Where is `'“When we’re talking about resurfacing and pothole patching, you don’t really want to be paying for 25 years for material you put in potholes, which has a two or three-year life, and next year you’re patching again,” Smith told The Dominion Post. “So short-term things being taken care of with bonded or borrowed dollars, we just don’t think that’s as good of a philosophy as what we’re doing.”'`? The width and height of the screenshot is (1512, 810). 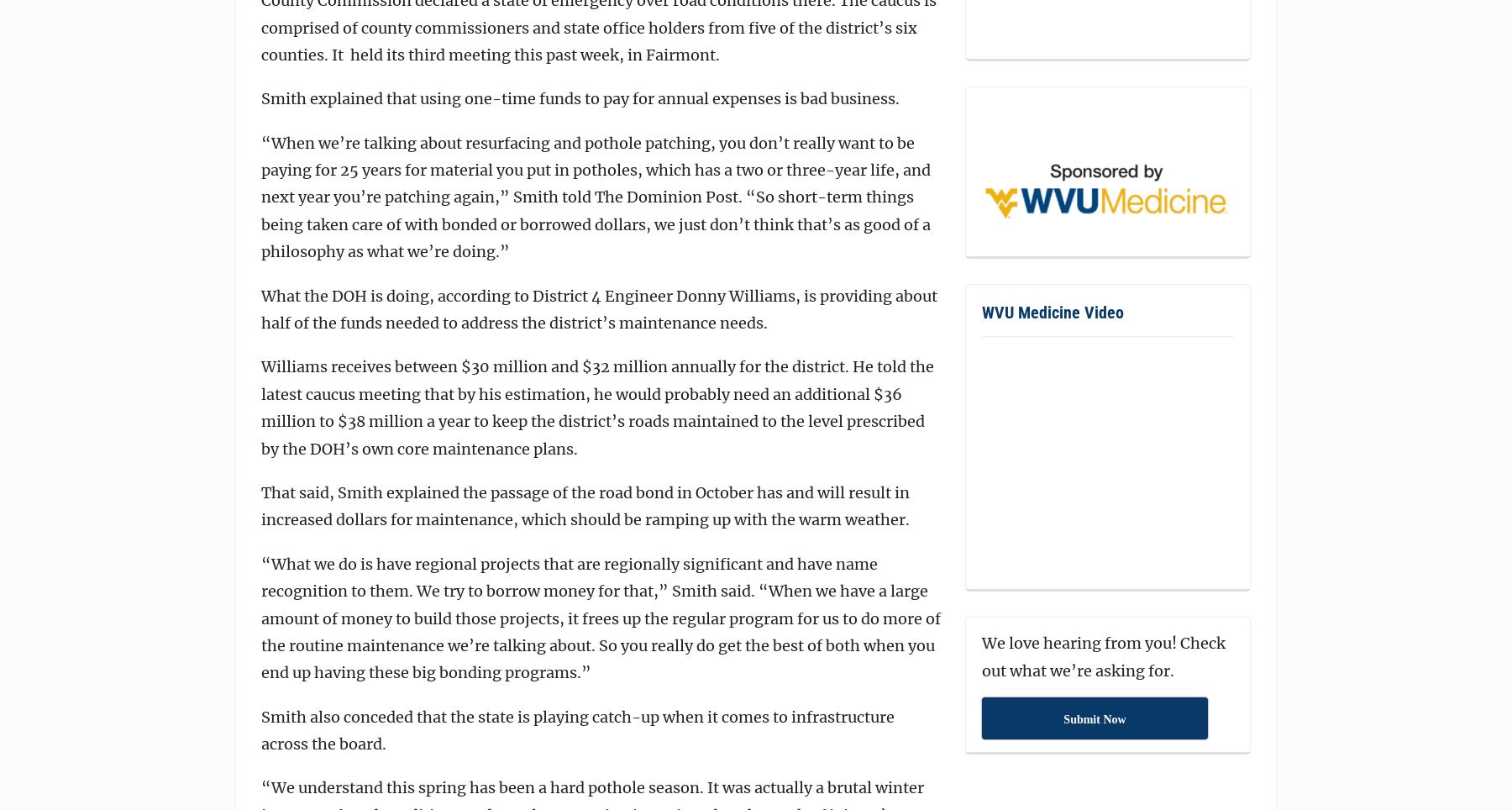 '“When we’re talking about resurfacing and pothole patching, you don’t really want to be paying for 25 years for material you put in potholes, which has a two or three-year life, and next year you’re patching again,” Smith told The Dominion Post. “So short-term things being taken care of with bonded or borrowed dollars, we just don’t think that’s as good of a philosophy as what we’re doing.”' is located at coordinates (595, 197).